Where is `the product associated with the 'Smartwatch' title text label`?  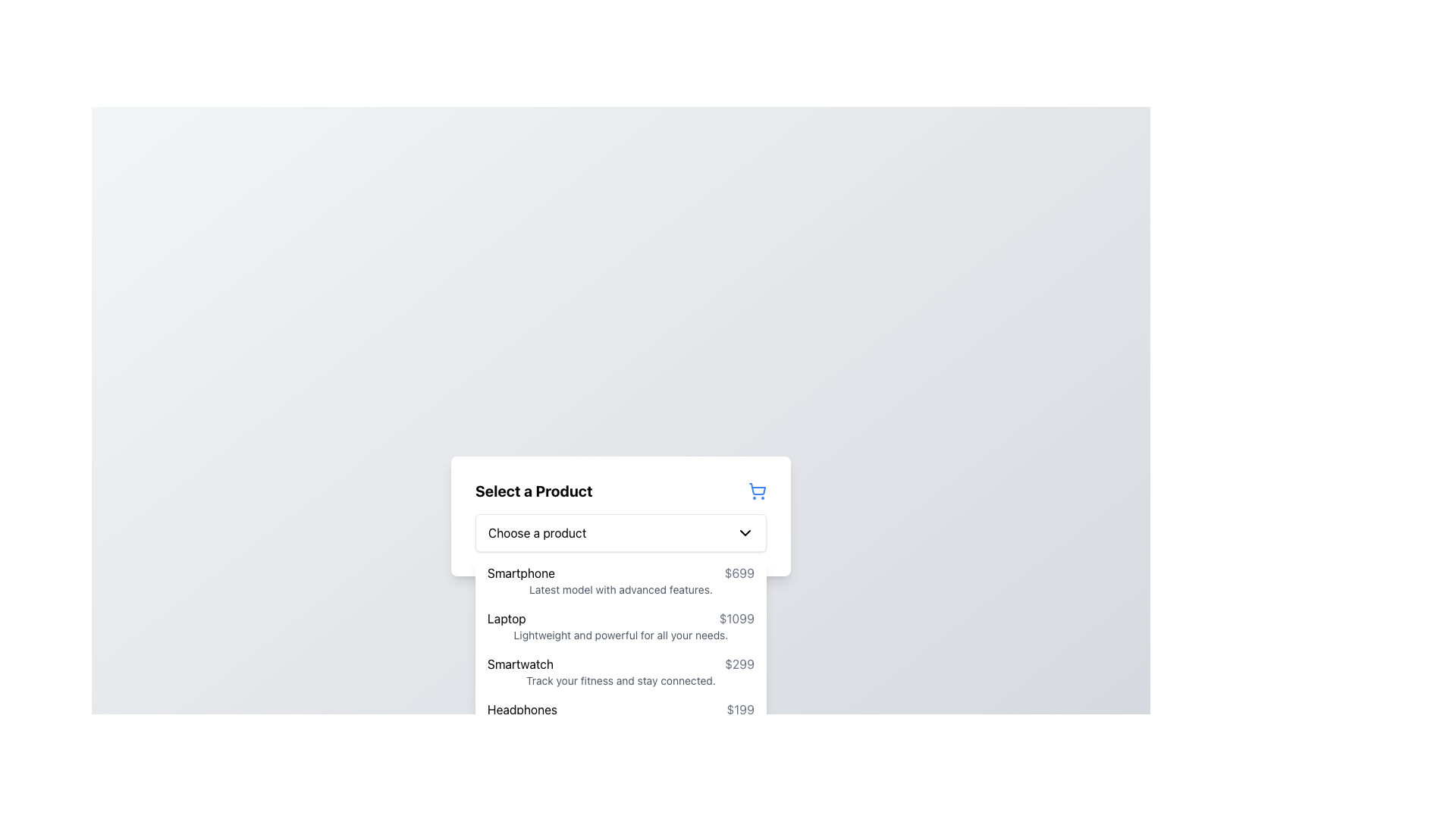
the product associated with the 'Smartwatch' title text label is located at coordinates (520, 663).